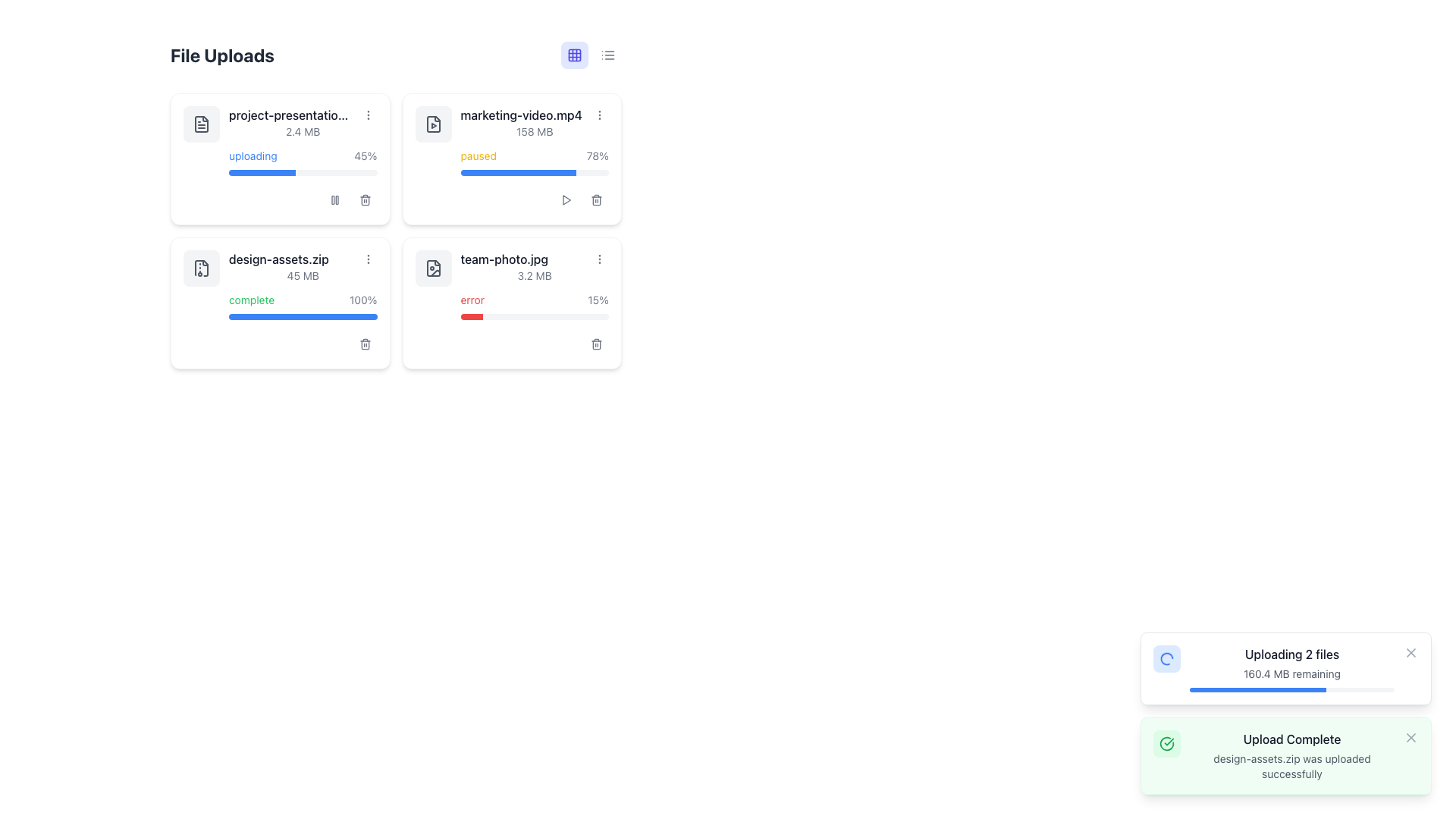  Describe the element at coordinates (432, 124) in the screenshot. I see `the video file icon labeled 'marketing-video.mp4', which is located in the second box from the left in the top row of the layout` at that location.